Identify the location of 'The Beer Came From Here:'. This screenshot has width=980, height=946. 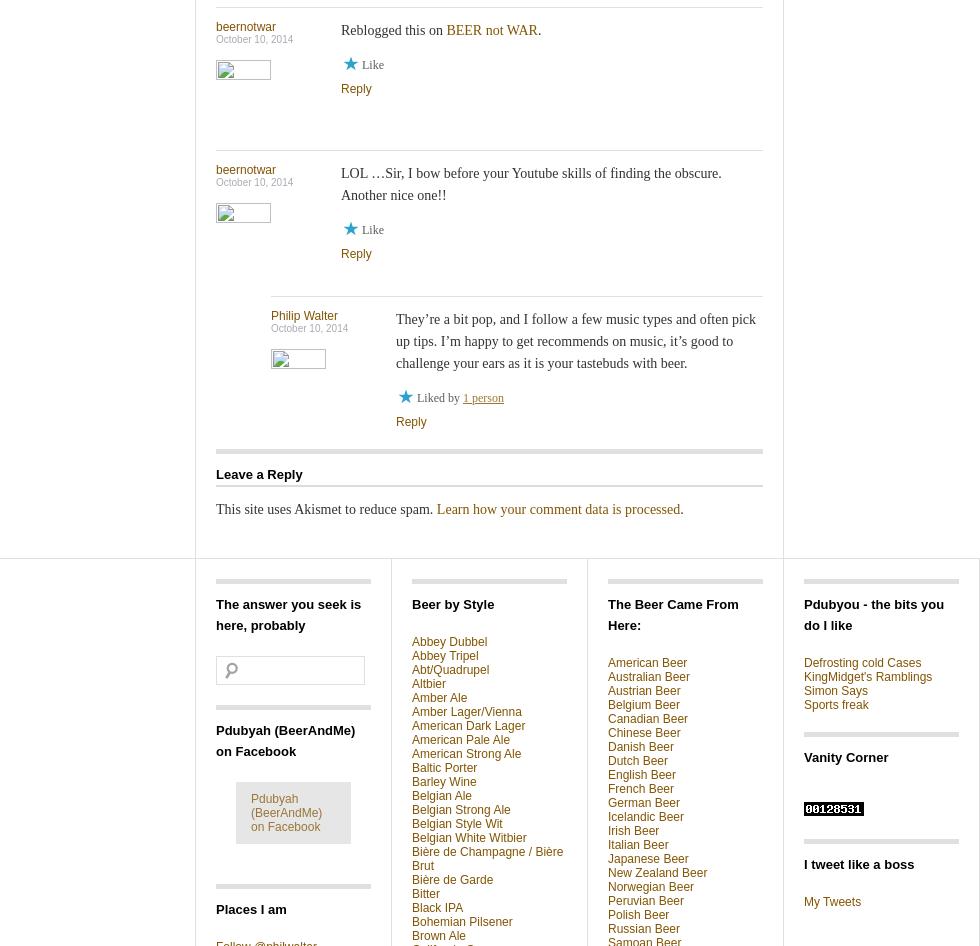
(607, 613).